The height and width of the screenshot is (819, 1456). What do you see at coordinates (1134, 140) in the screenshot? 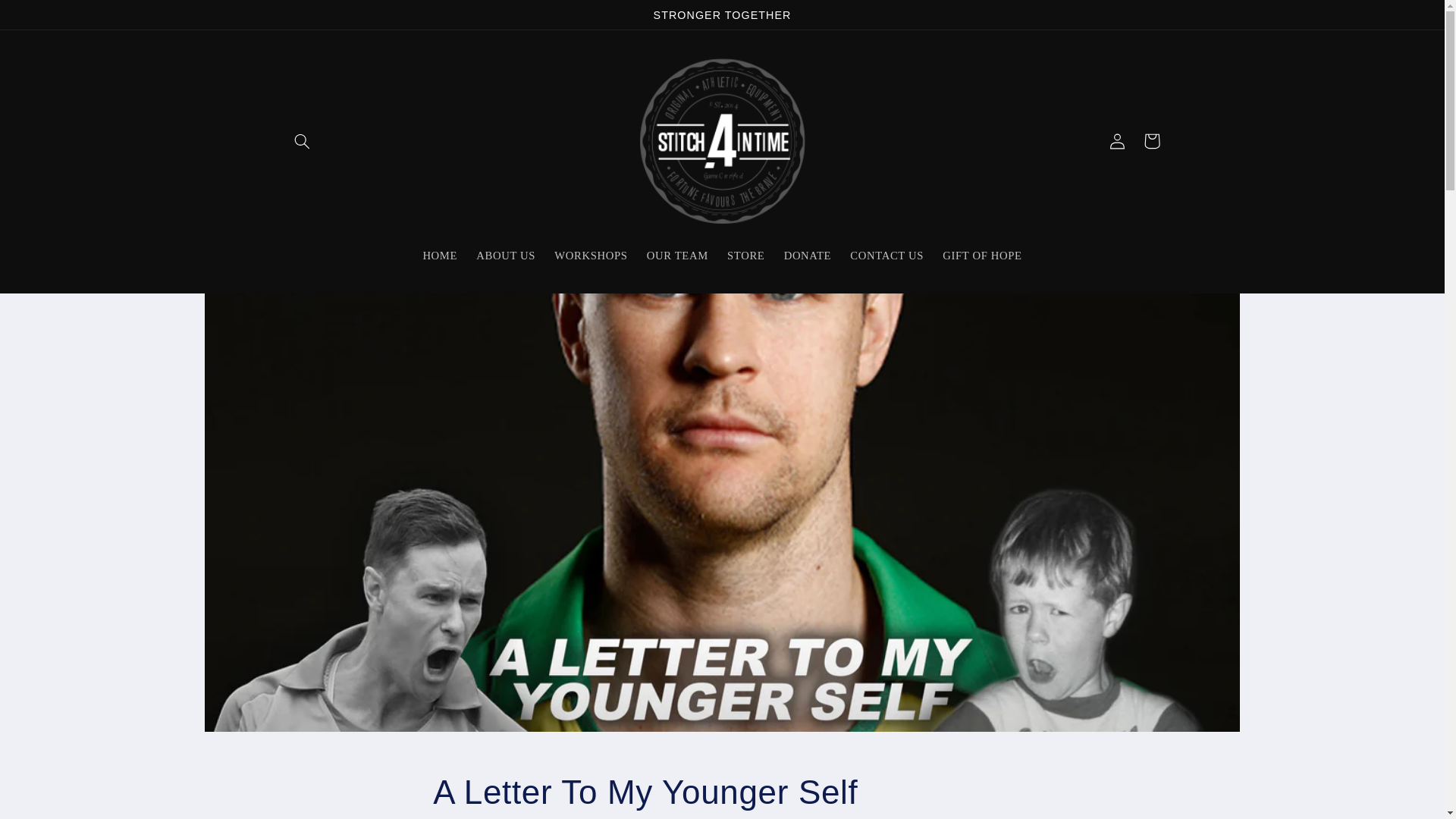
I see `'Cart'` at bounding box center [1134, 140].